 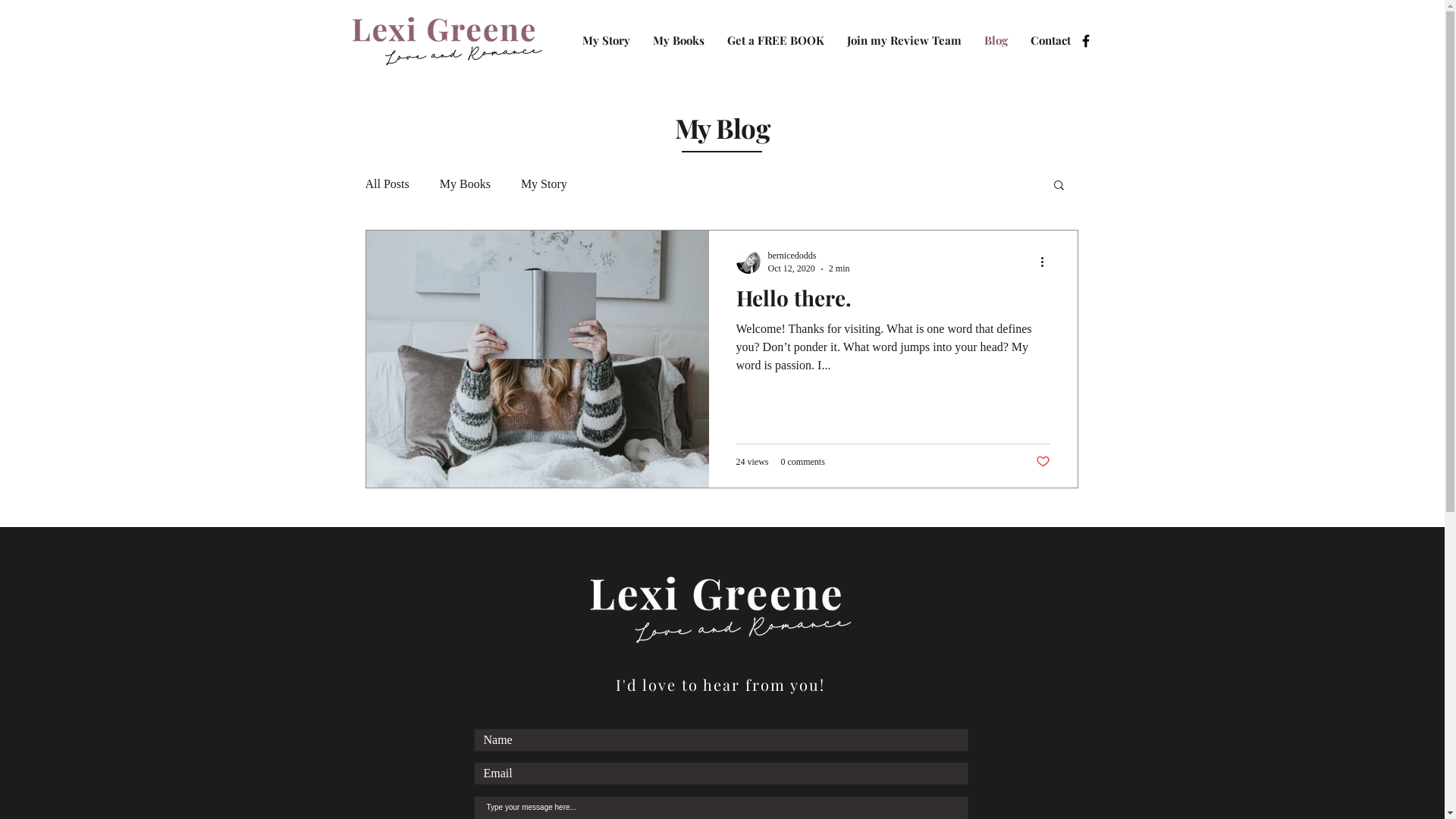 I want to click on '0 comments', so click(x=802, y=461).